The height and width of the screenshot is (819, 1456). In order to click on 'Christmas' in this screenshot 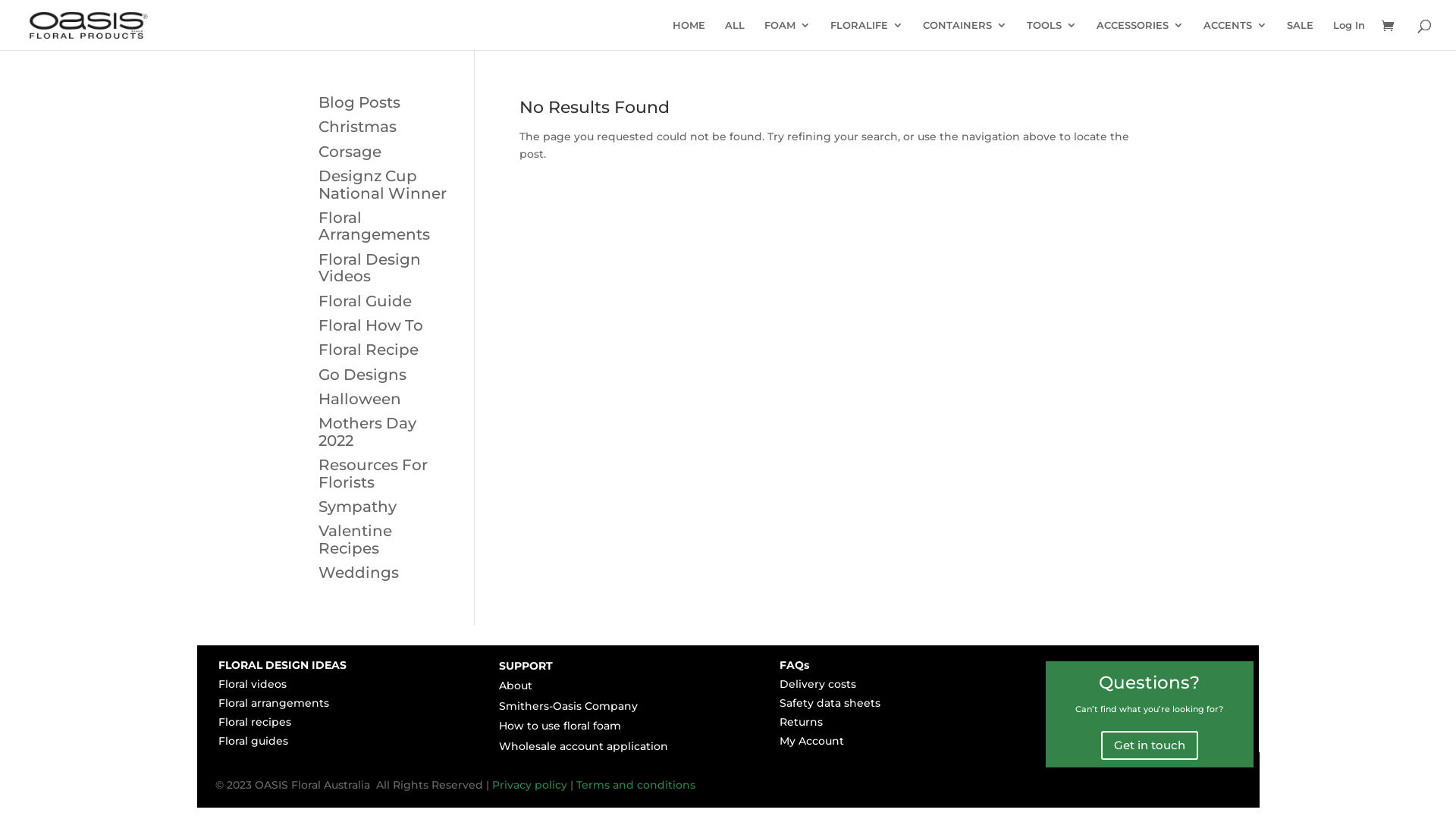, I will do `click(356, 125)`.